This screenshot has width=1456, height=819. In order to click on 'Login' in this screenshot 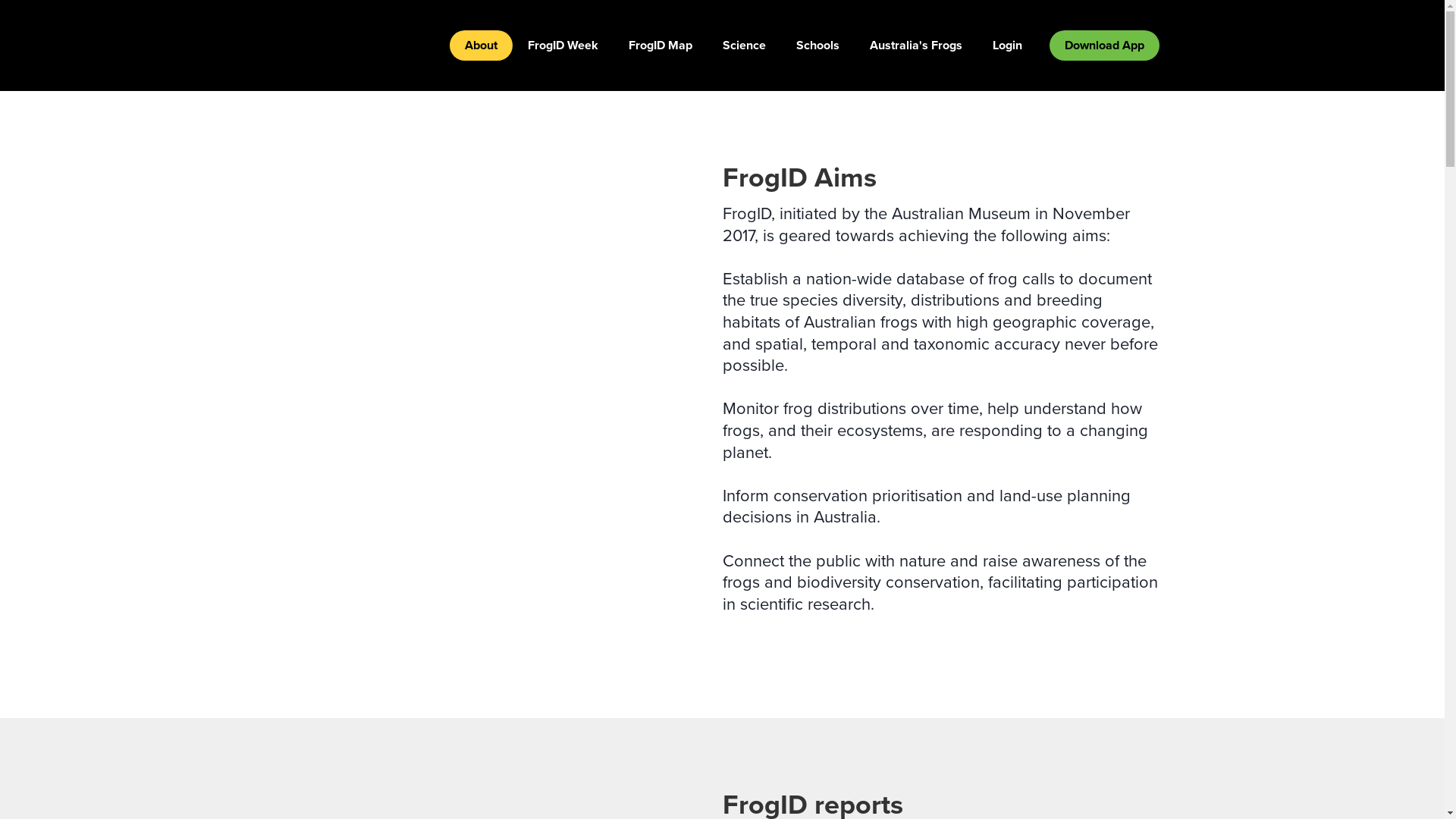, I will do `click(976, 43)`.